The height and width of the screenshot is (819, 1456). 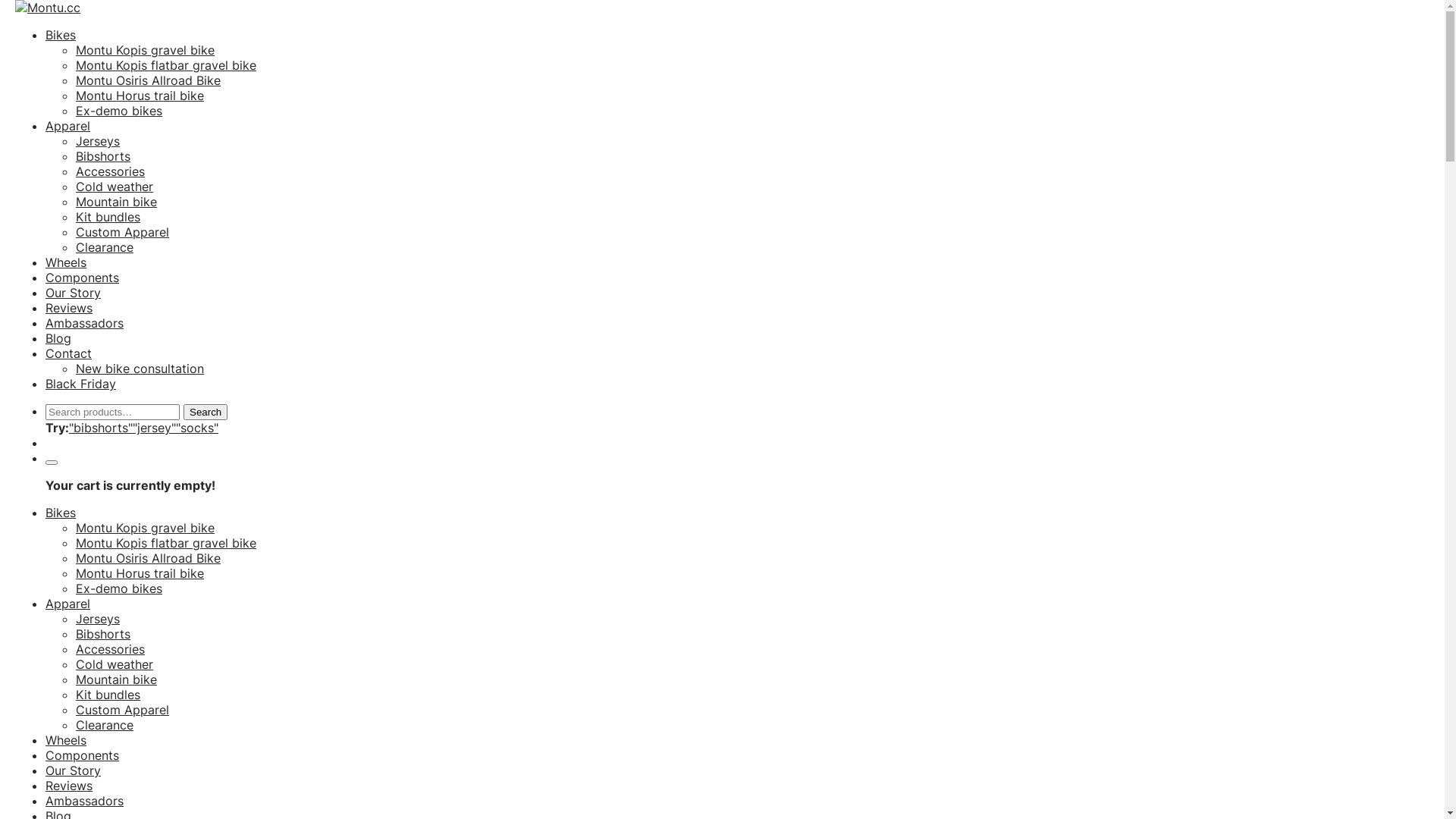 What do you see at coordinates (68, 307) in the screenshot?
I see `'Reviews'` at bounding box center [68, 307].